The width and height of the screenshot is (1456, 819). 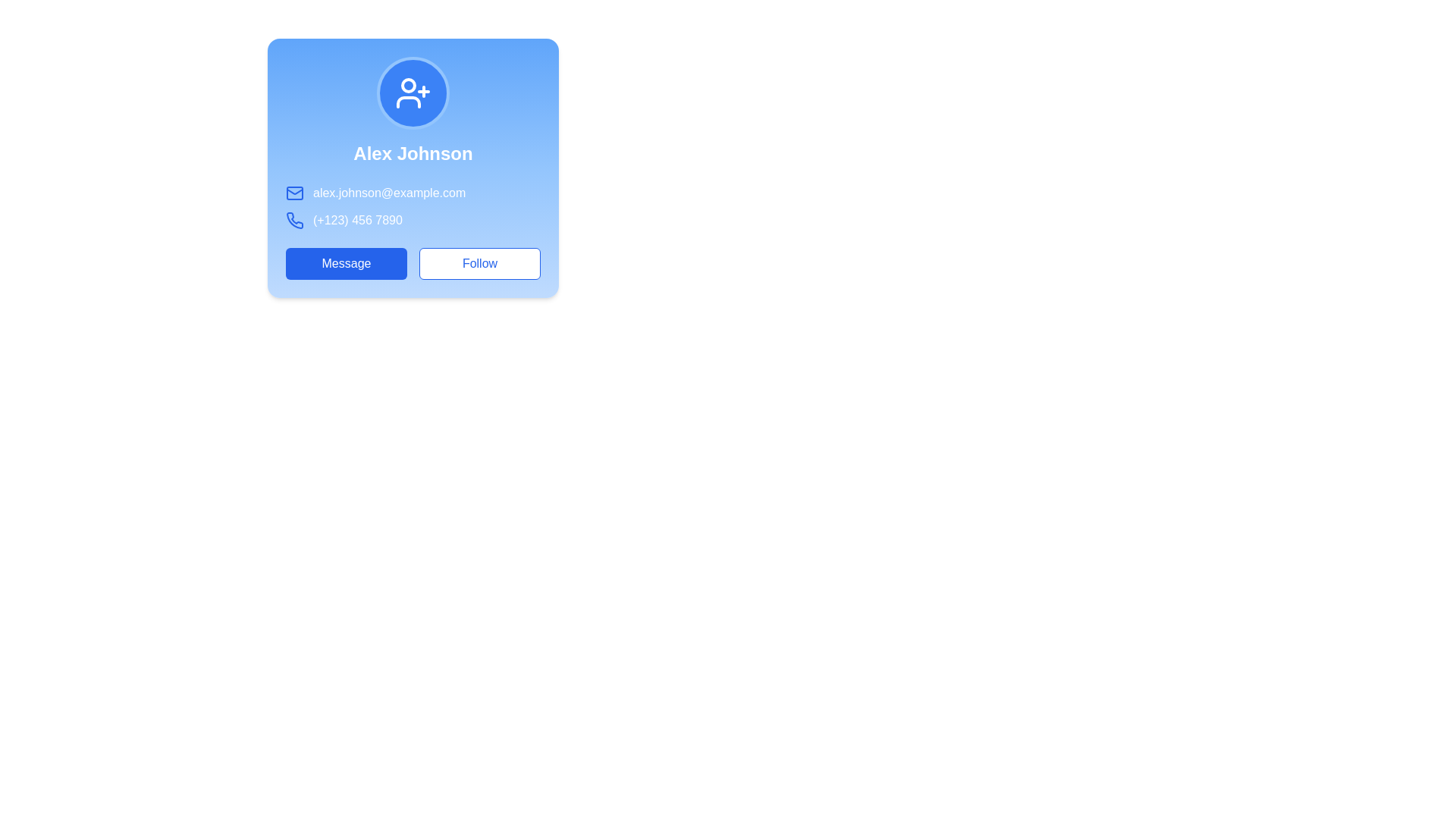 What do you see at coordinates (413, 93) in the screenshot?
I see `the user silhouette icon with a plus sign on a blue circular background, located at the top section of the user card interface` at bounding box center [413, 93].